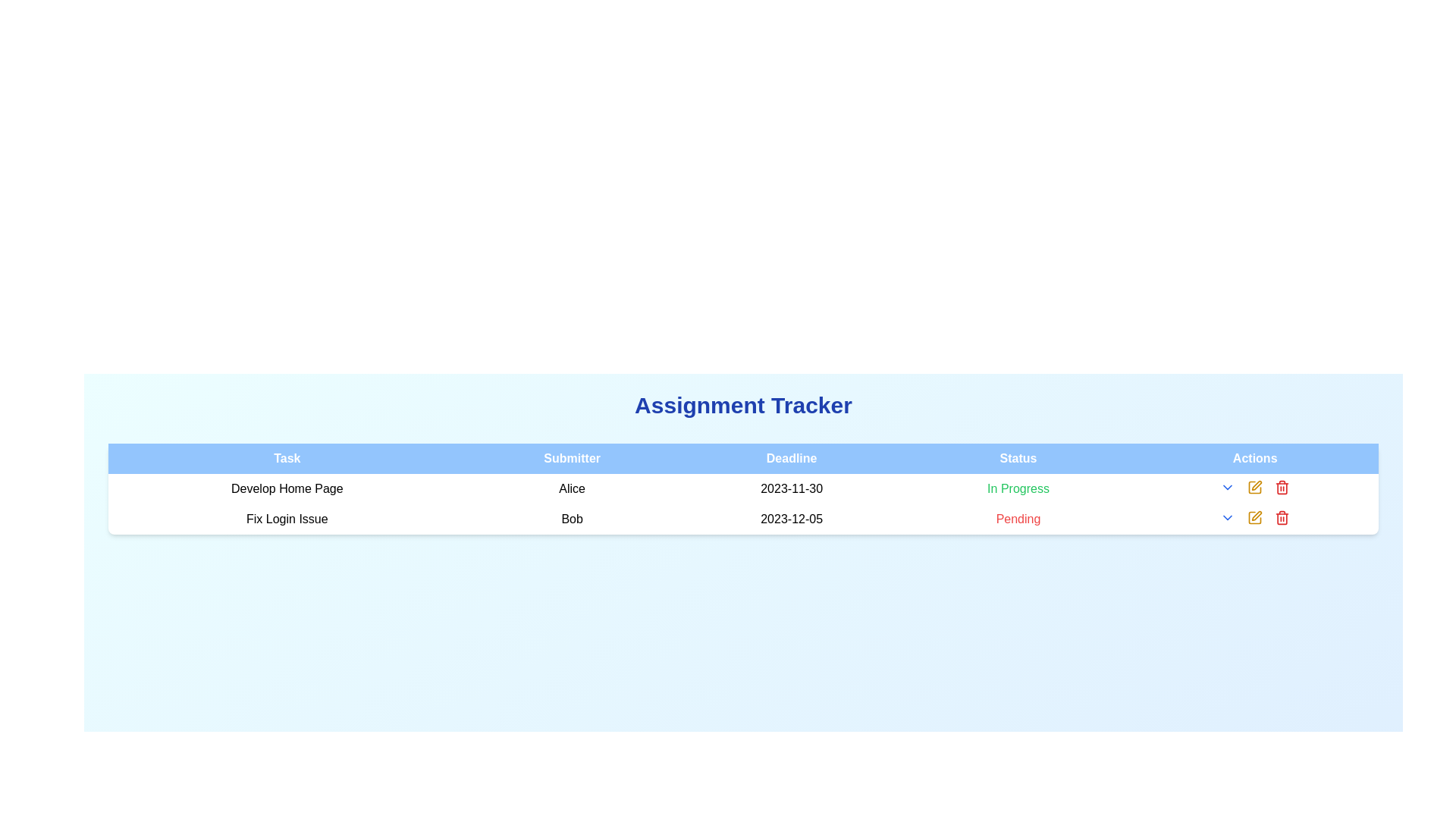 The width and height of the screenshot is (1456, 819). Describe the element at coordinates (1255, 488) in the screenshot. I see `the edit button located in the 'Actions' column of the second row for the task 'Fix Login Issue'` at that location.